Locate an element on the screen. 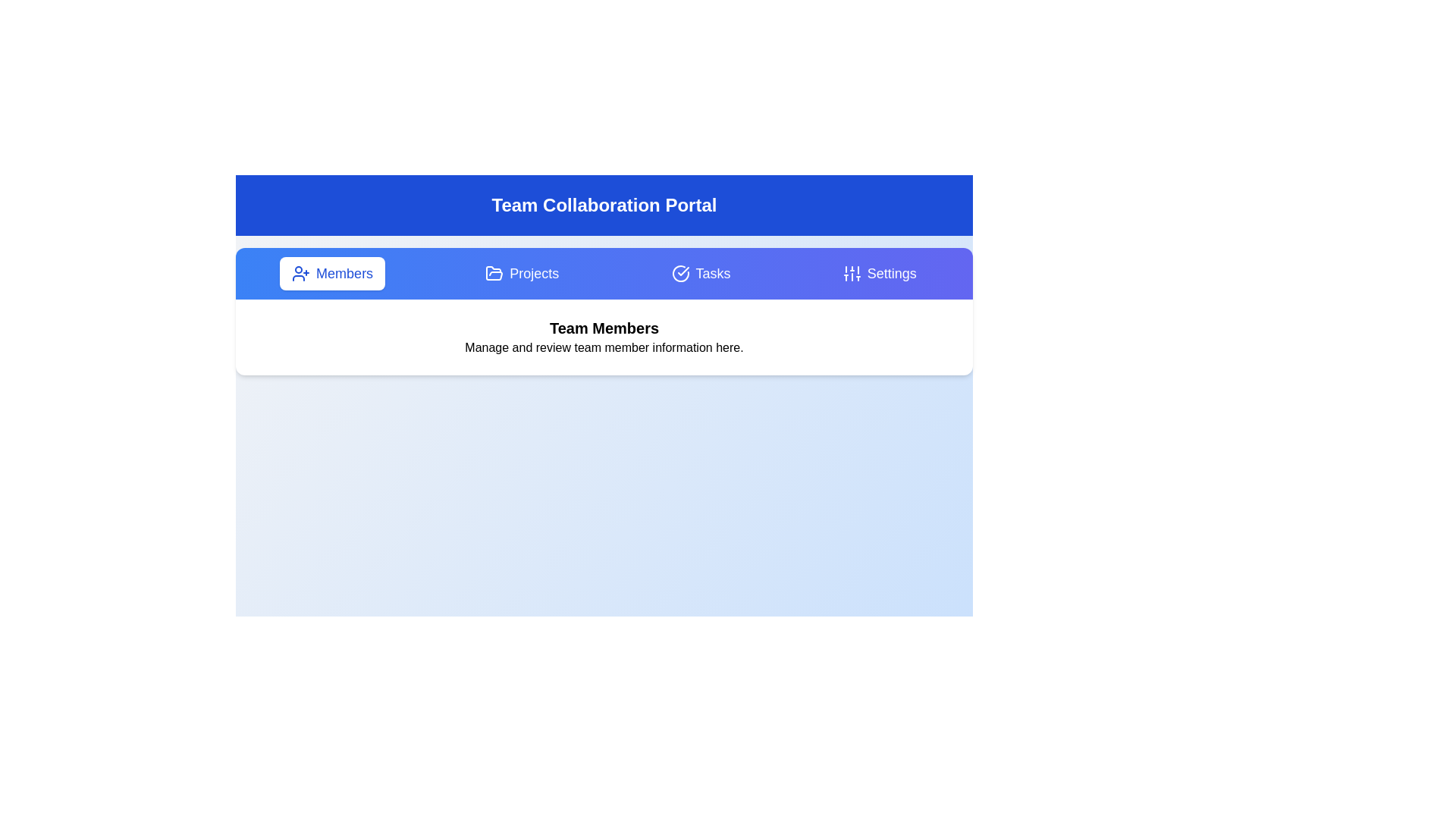 The image size is (1456, 819). the 'Tasks' button in the navigation bar is located at coordinates (700, 274).